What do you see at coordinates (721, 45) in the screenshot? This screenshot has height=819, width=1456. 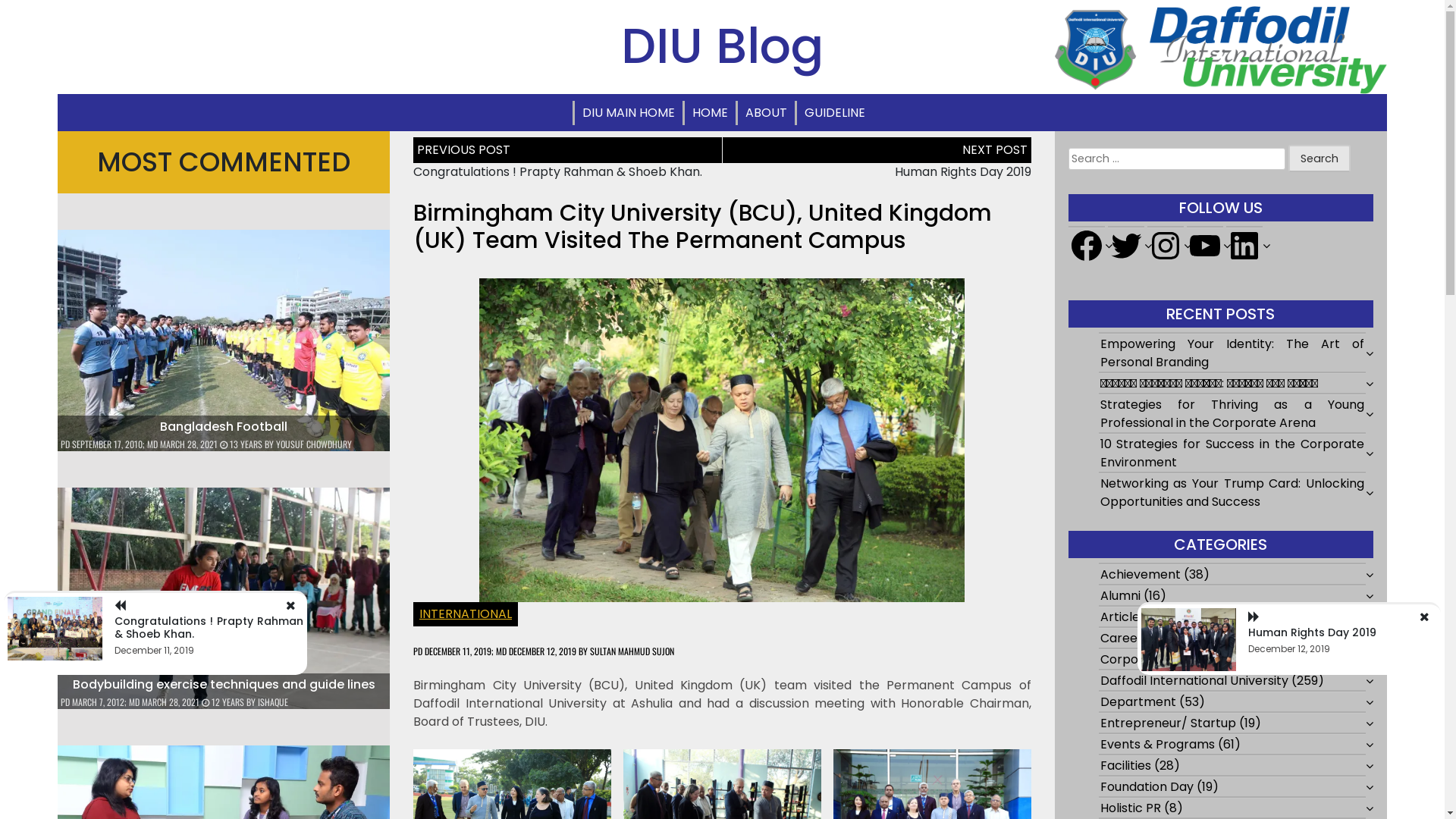 I see `'DIU Blog'` at bounding box center [721, 45].